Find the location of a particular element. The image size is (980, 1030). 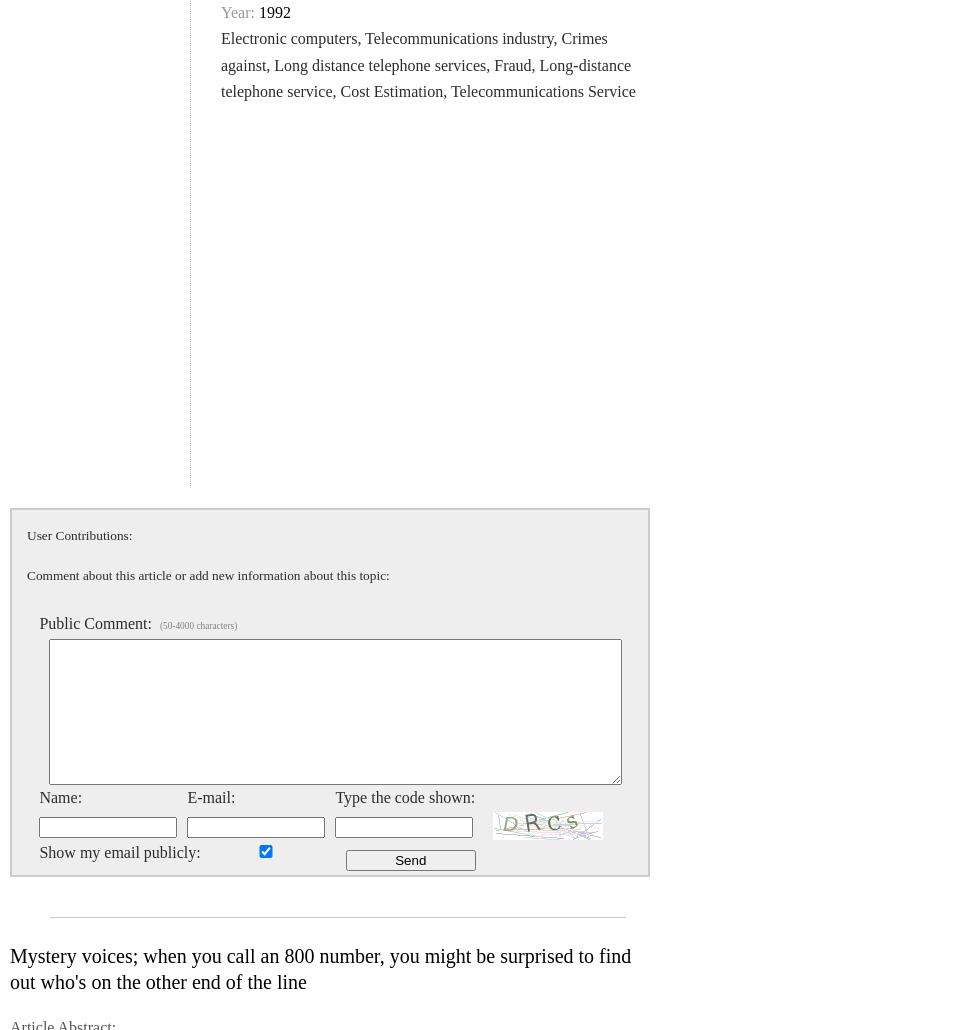

'Electronic computers, Telecommunications industry, Crimes against, Long distance telephone services, Fraud, Long-distance telephone service, Cost Estimation, Telecommunications Service' is located at coordinates (427, 64).